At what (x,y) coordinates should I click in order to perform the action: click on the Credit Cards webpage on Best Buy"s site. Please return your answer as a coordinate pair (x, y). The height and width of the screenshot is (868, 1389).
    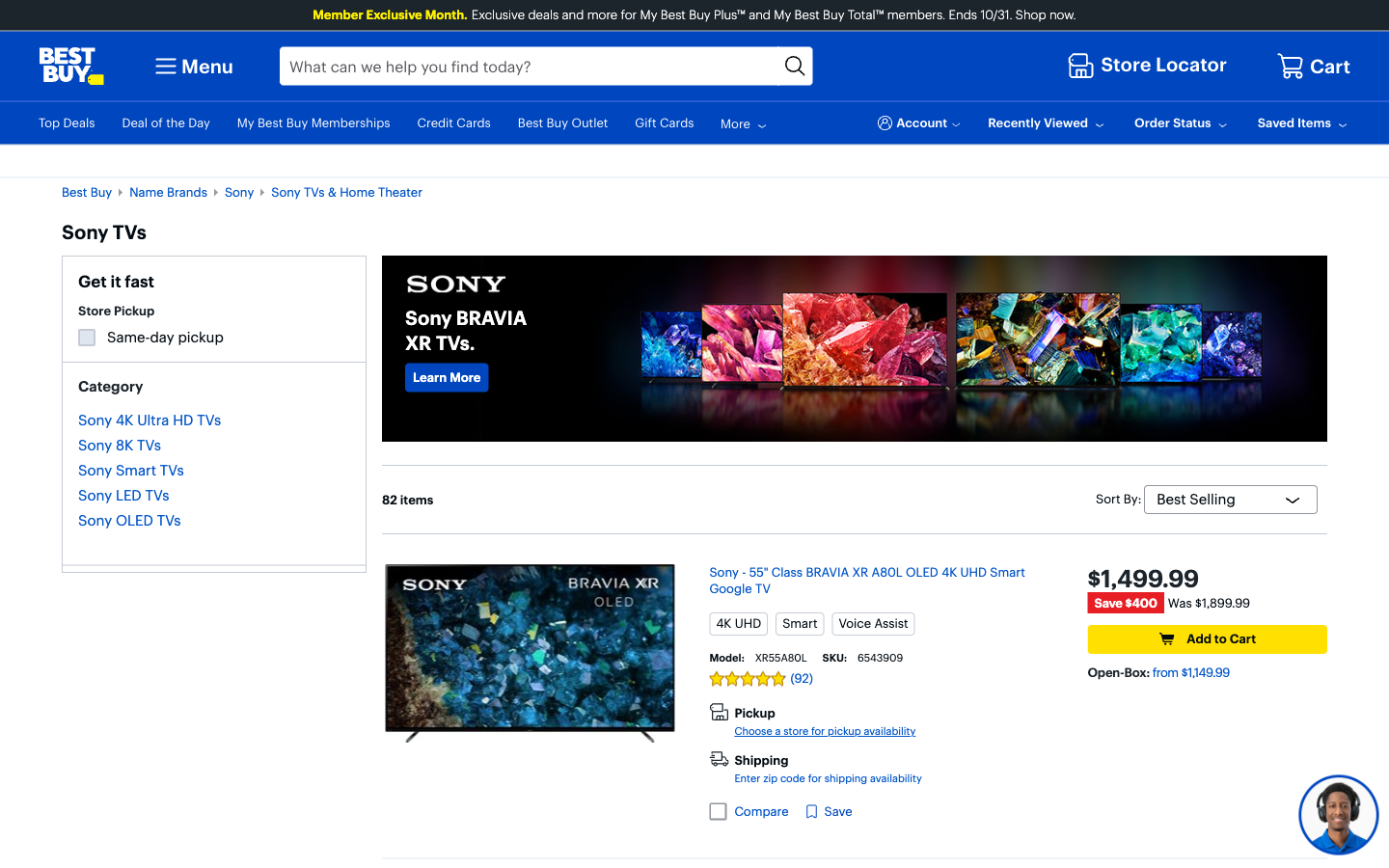
    Looking at the image, I should click on (447, 376).